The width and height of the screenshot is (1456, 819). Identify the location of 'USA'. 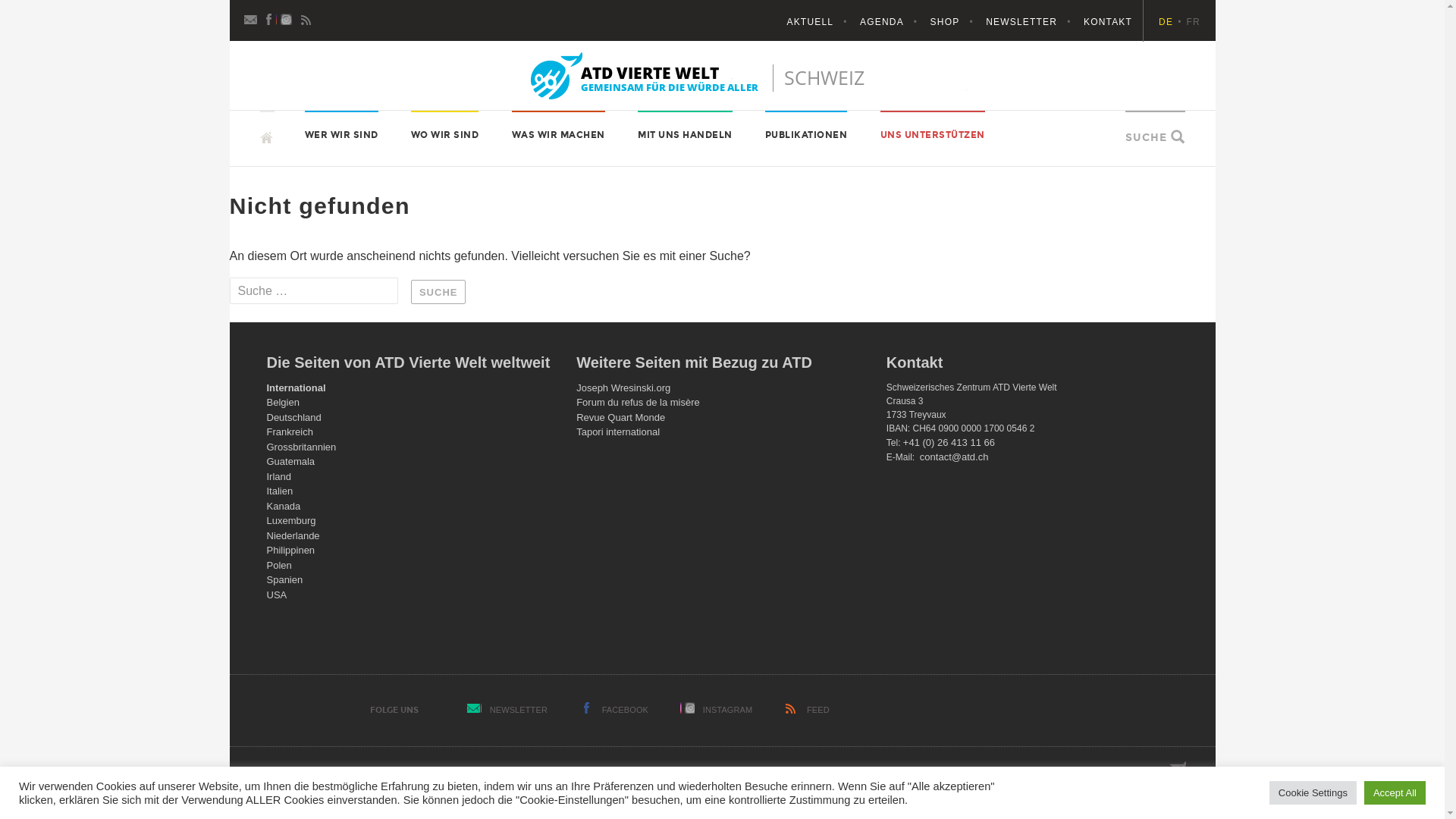
(277, 594).